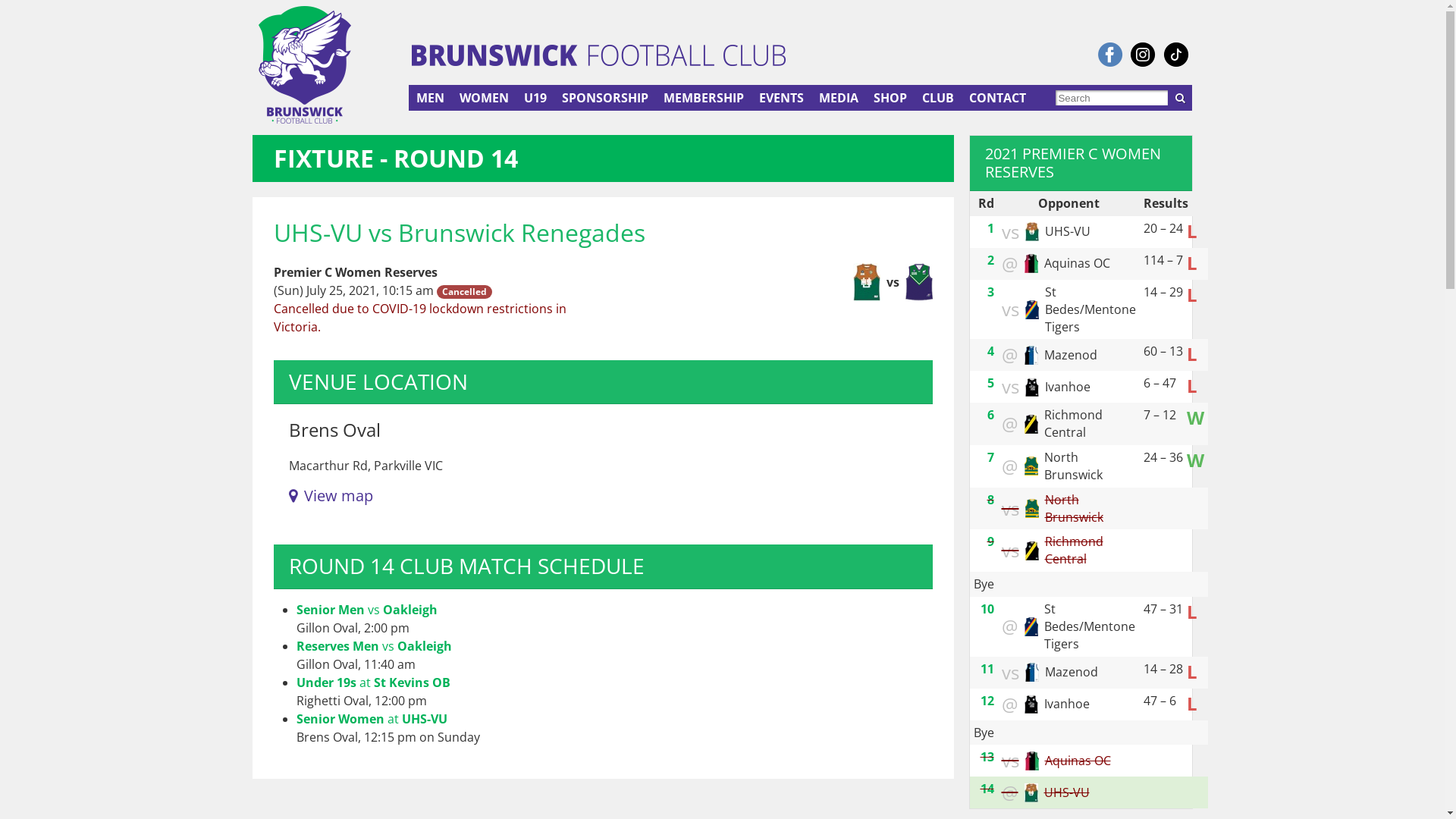  Describe the element at coordinates (1023, 262) in the screenshot. I see `'Aquinas OC'` at that location.